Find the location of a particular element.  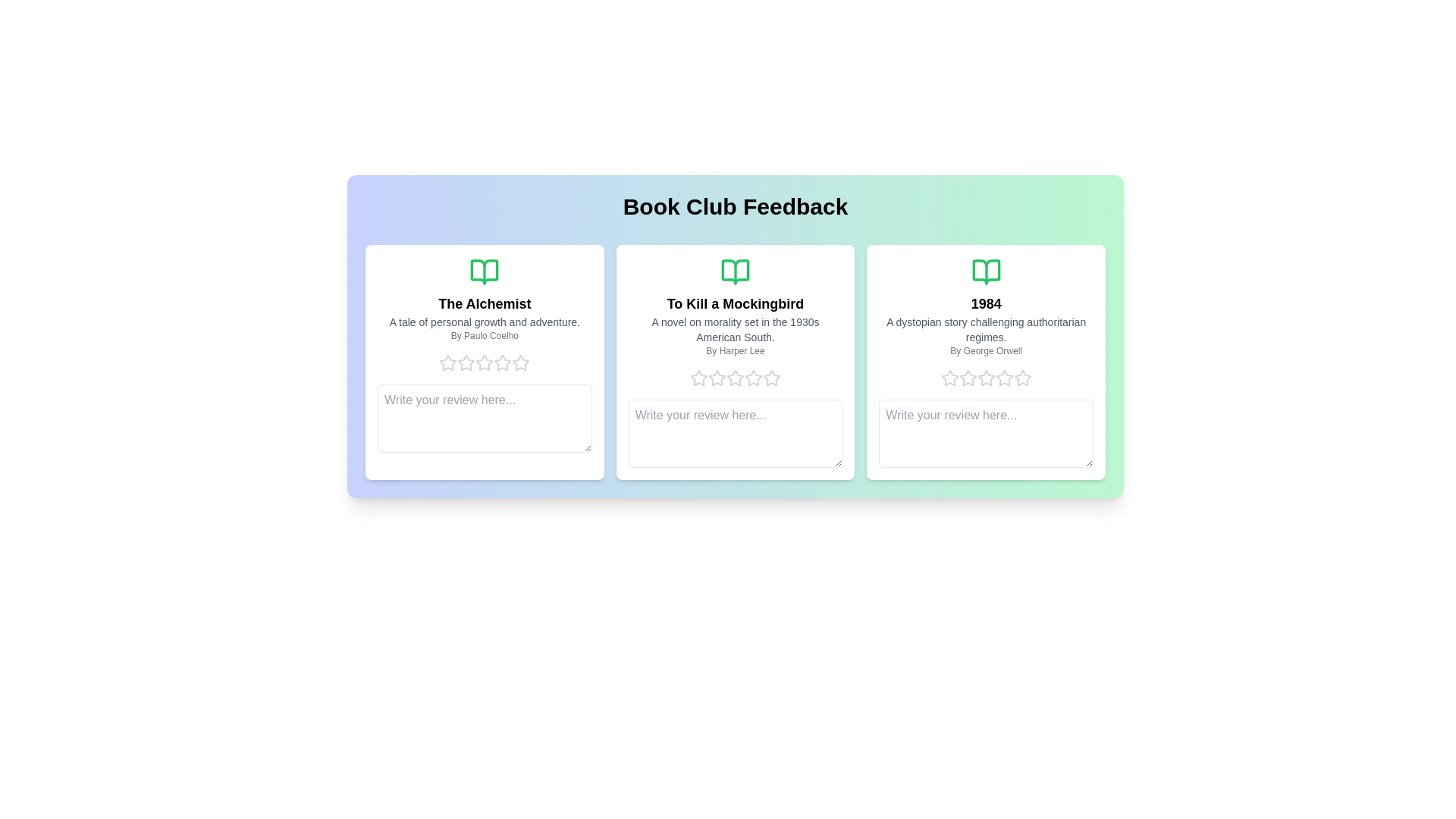

the descriptive text displayed in gray color below the title 'To Kill a Mockingbird' in the Book Club Feedback interface is located at coordinates (735, 329).